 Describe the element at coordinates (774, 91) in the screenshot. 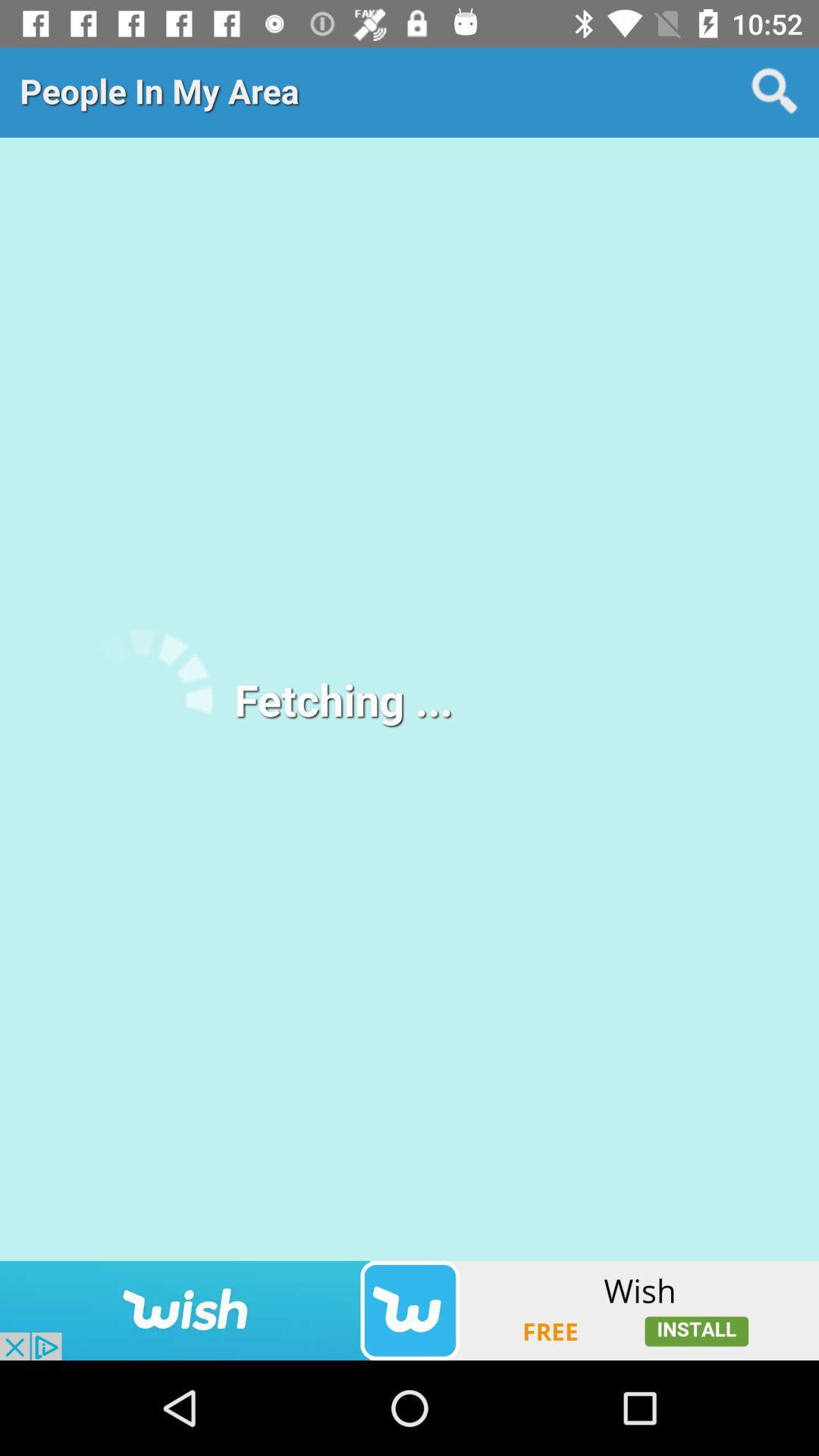

I see `search for people` at that location.